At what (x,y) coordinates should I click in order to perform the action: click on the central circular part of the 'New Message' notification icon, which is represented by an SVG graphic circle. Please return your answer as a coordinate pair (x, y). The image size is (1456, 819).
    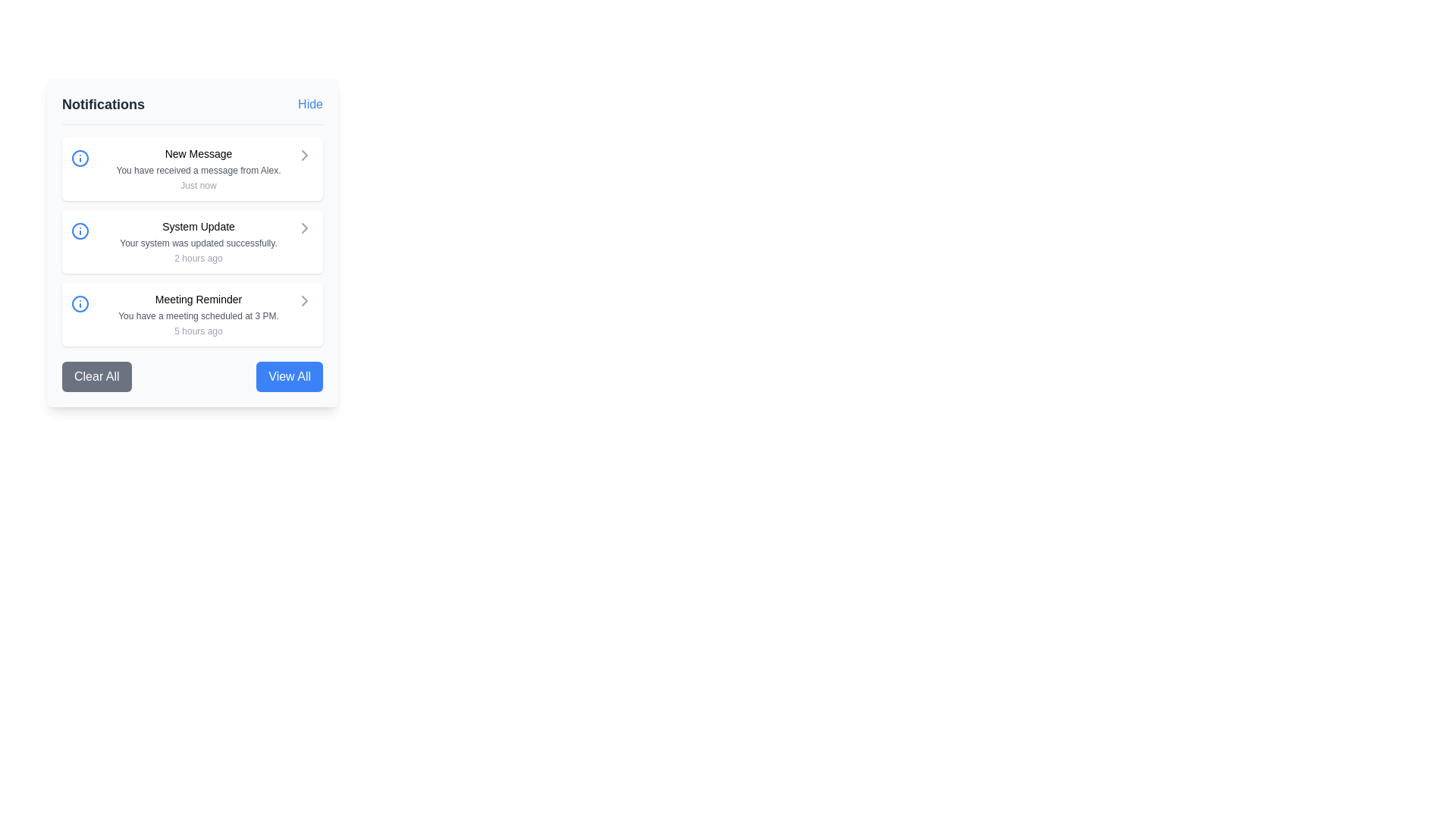
    Looking at the image, I should click on (79, 158).